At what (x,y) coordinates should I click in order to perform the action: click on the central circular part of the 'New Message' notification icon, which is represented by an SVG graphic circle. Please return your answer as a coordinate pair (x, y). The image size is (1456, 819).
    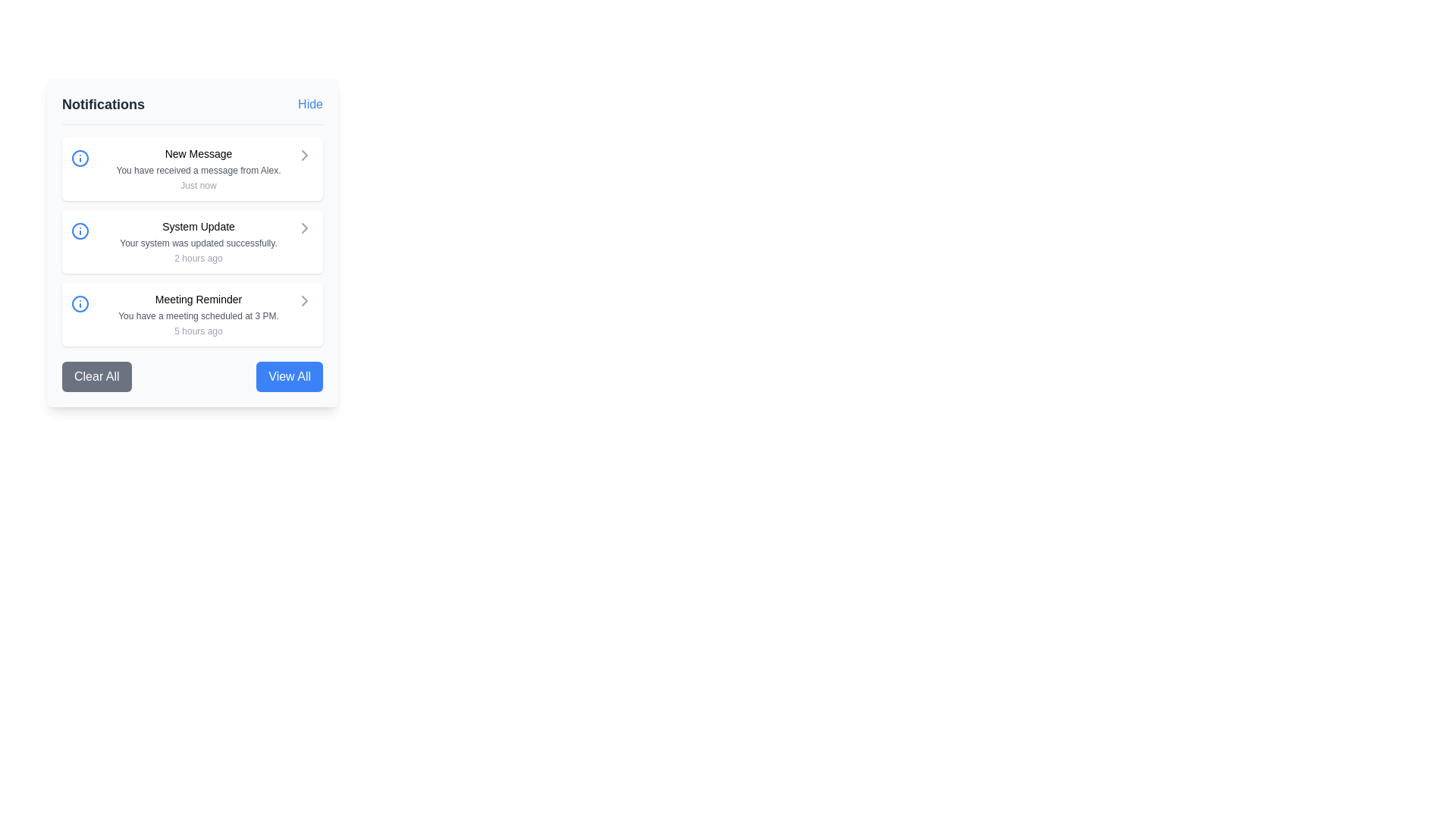
    Looking at the image, I should click on (79, 158).